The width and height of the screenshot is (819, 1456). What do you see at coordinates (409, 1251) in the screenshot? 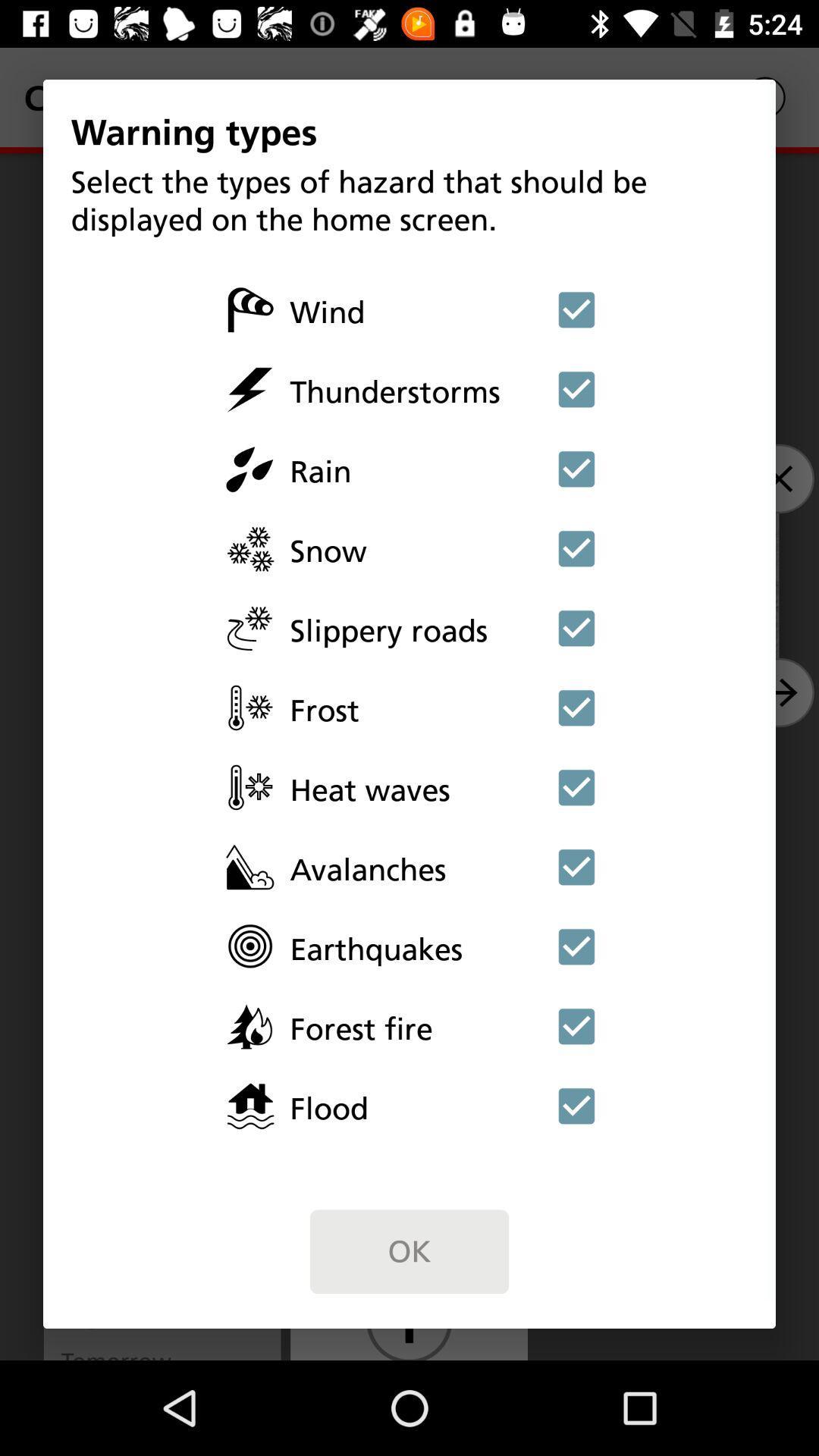
I see `the ok` at bounding box center [409, 1251].